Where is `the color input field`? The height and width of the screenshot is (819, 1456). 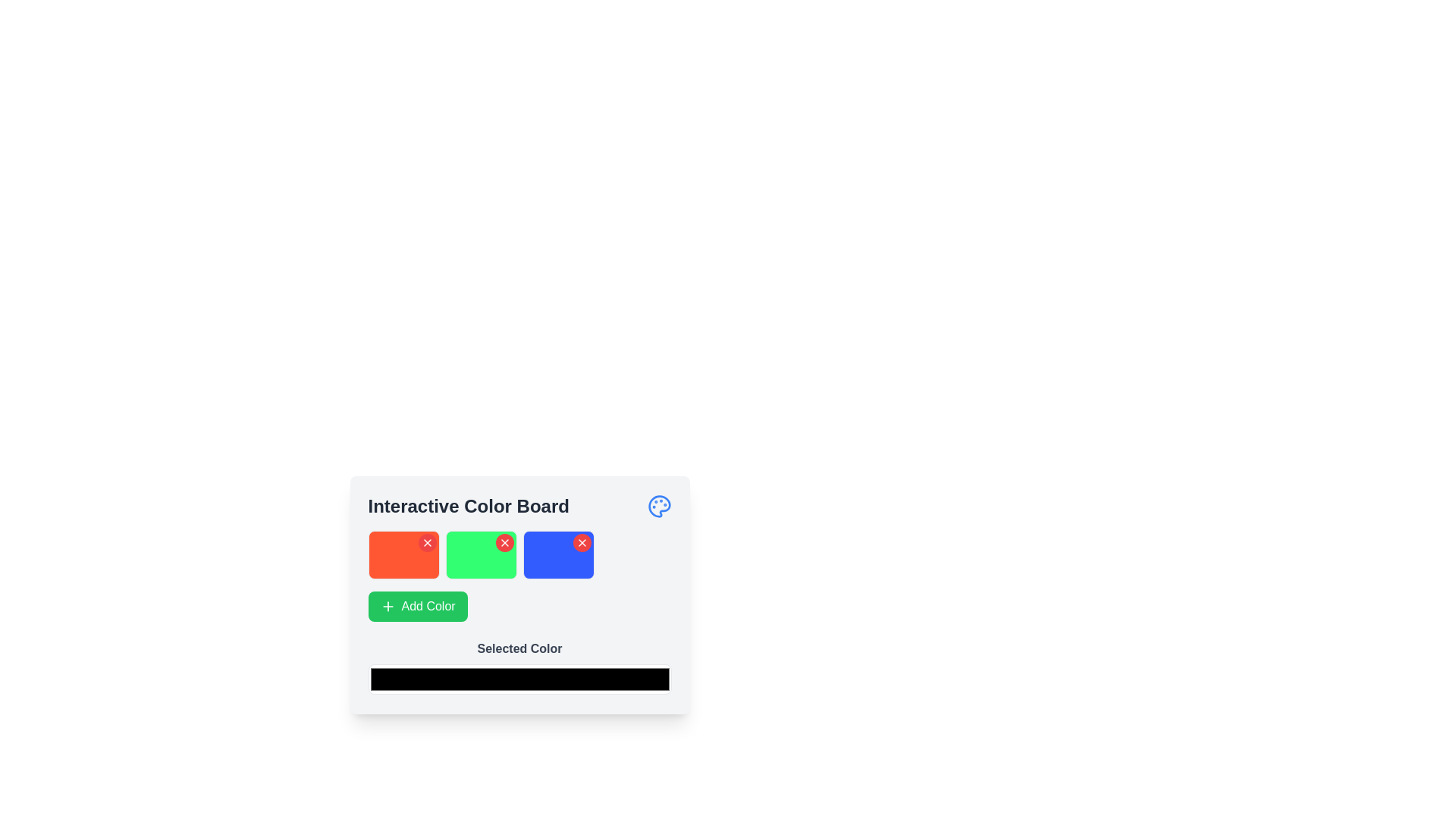
the color input field is located at coordinates (519, 678).